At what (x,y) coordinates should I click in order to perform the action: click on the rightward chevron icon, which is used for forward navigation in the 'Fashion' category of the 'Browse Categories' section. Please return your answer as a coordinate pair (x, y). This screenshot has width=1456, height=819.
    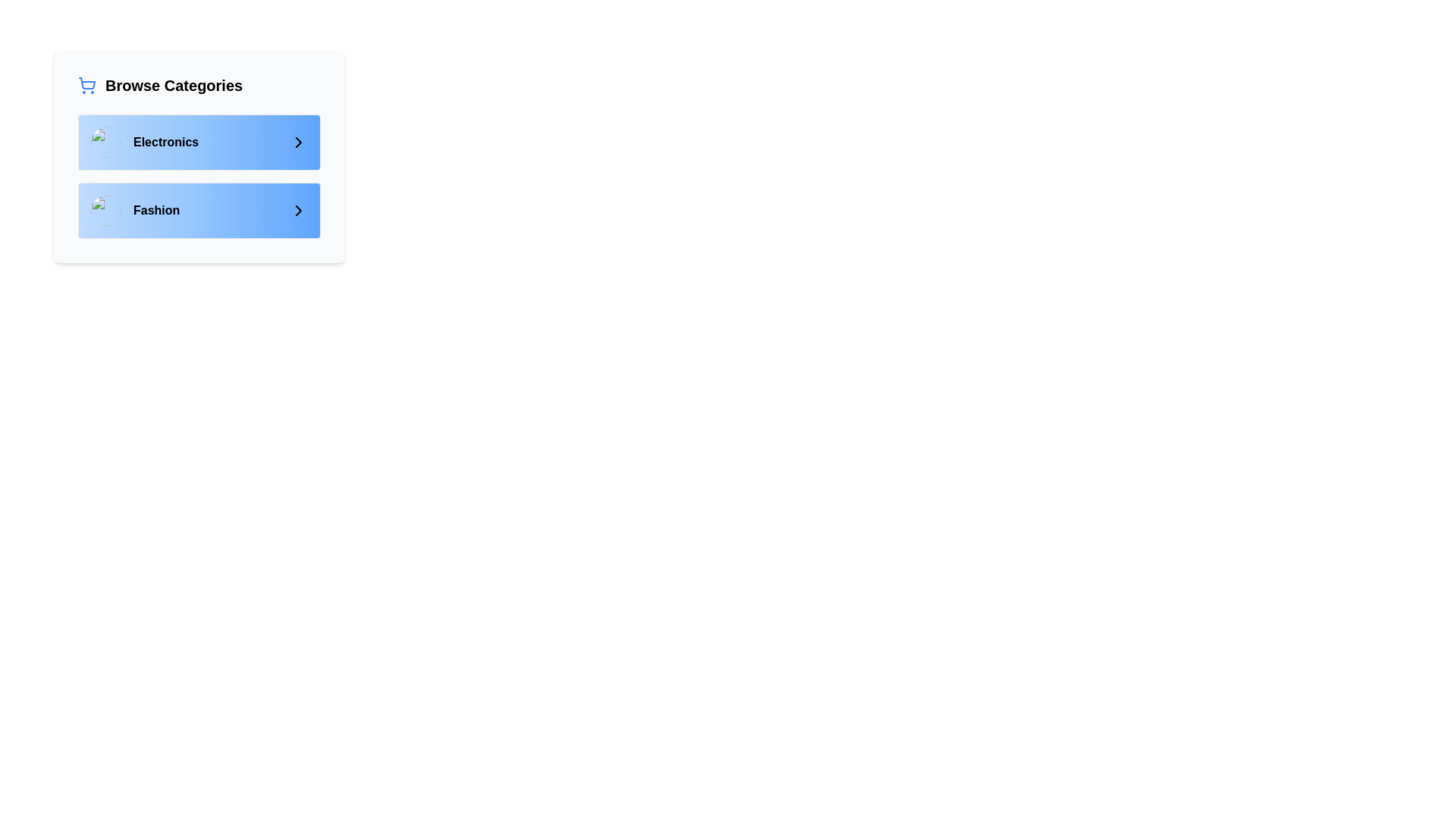
    Looking at the image, I should click on (298, 210).